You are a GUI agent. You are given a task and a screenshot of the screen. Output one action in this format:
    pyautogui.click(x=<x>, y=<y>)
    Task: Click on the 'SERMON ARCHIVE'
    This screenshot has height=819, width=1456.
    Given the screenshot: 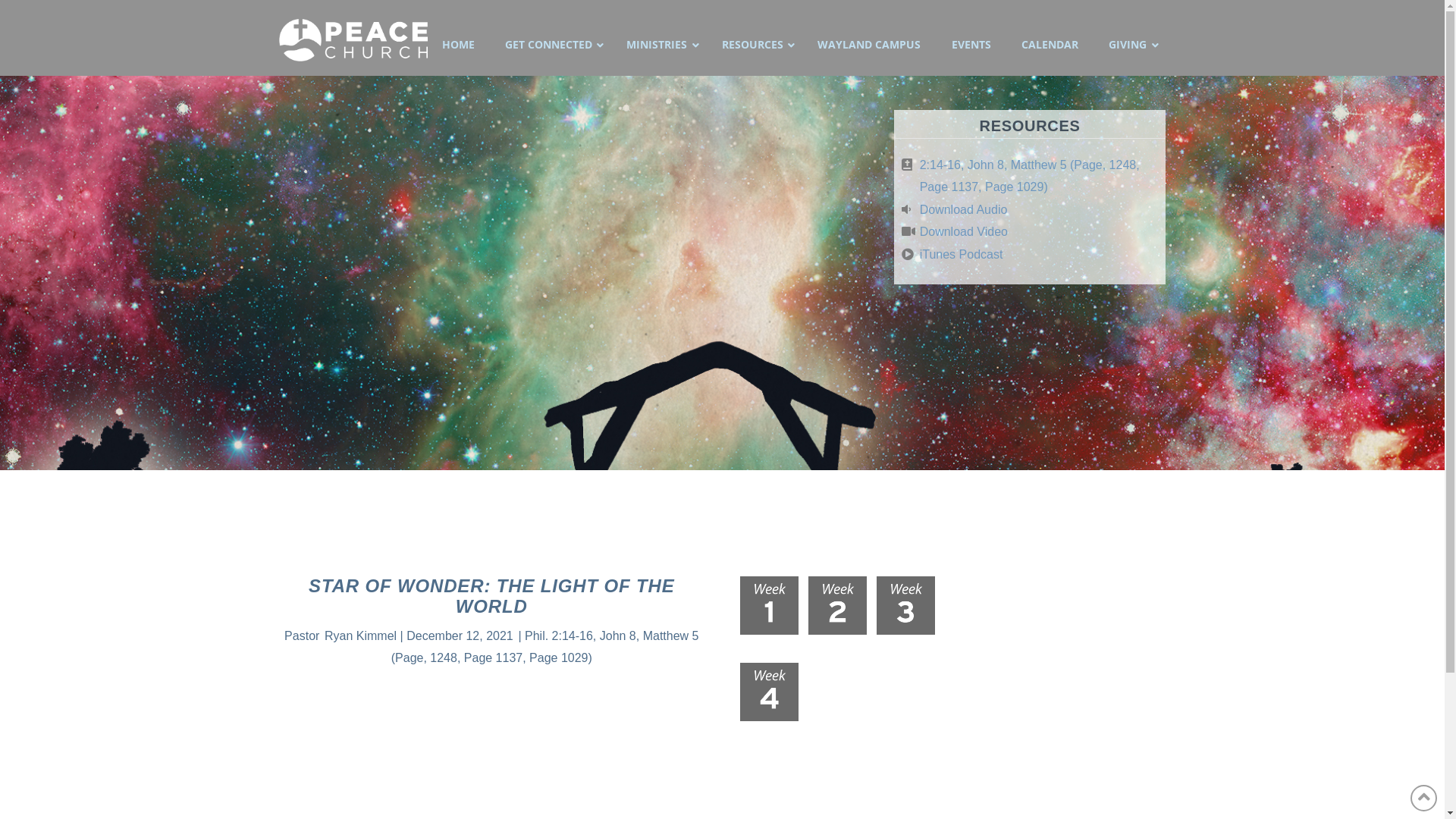 What is the action you would take?
    pyautogui.click(x=720, y=794)
    